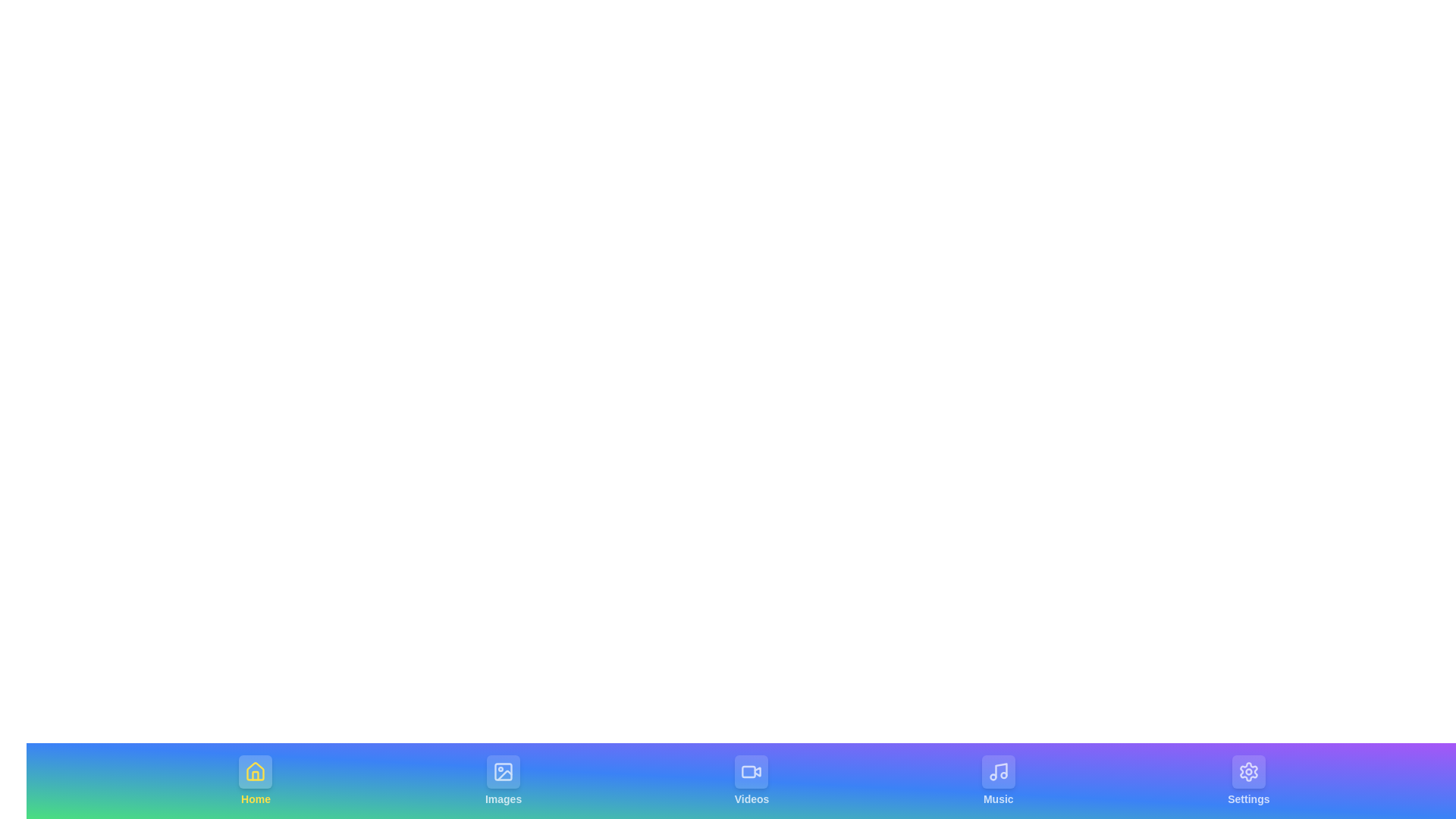 Image resolution: width=1456 pixels, height=819 pixels. I want to click on the tab corresponding to Videos, so click(752, 780).